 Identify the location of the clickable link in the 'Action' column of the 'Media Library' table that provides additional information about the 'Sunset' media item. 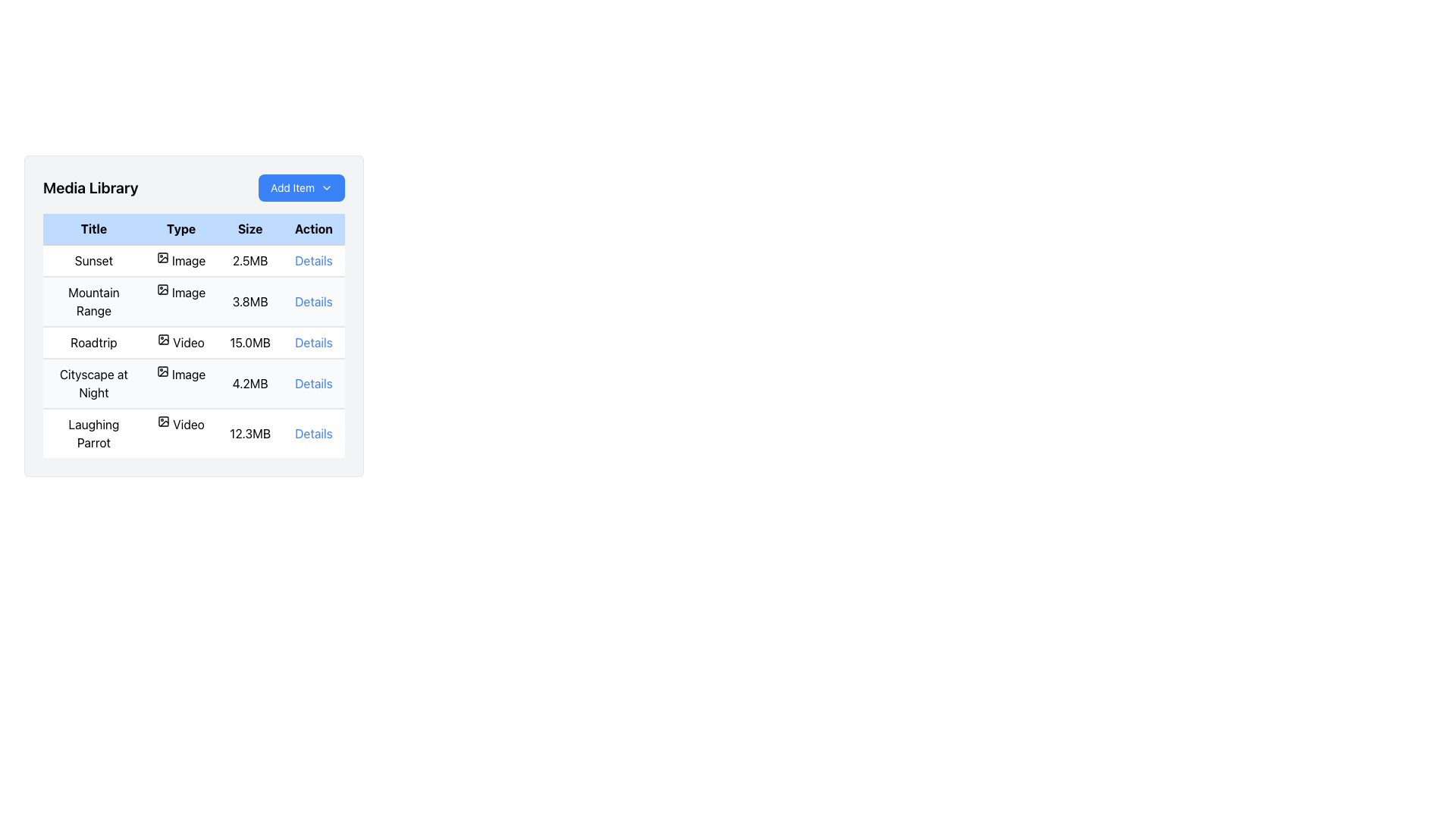
(312, 259).